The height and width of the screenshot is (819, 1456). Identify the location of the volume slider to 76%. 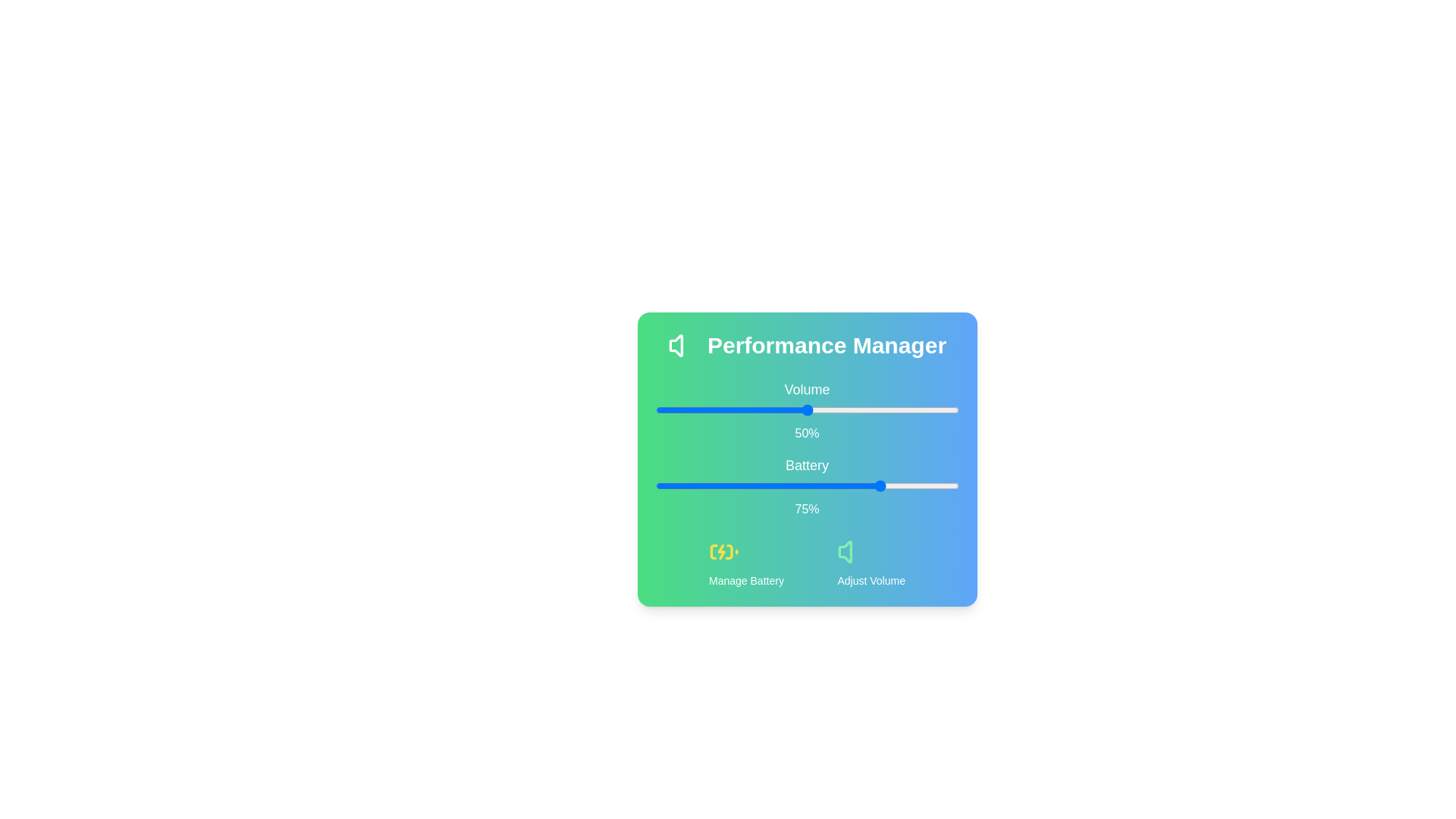
(886, 409).